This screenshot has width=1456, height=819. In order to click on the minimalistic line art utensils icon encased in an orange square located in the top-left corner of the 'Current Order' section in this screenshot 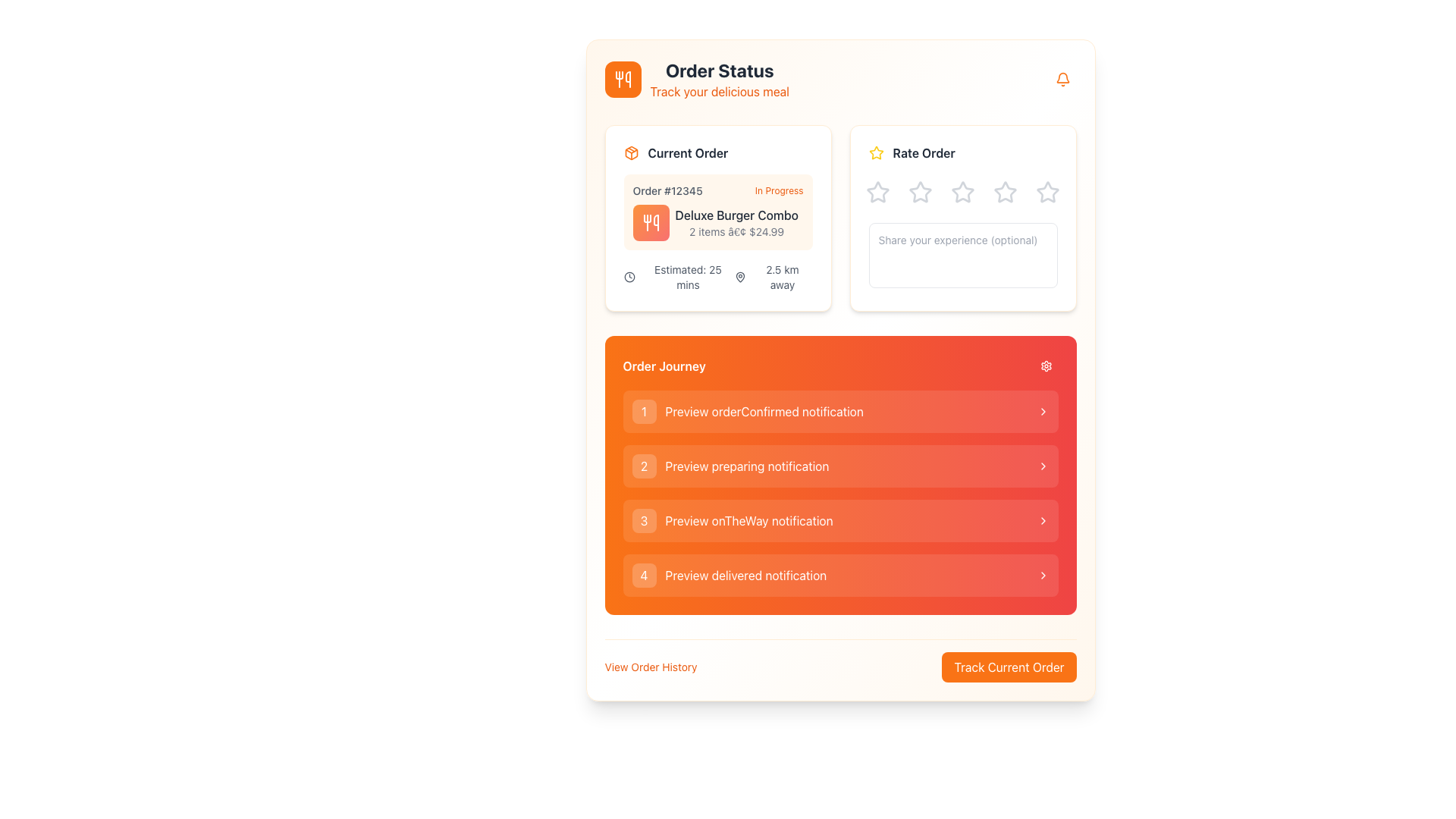, I will do `click(623, 79)`.